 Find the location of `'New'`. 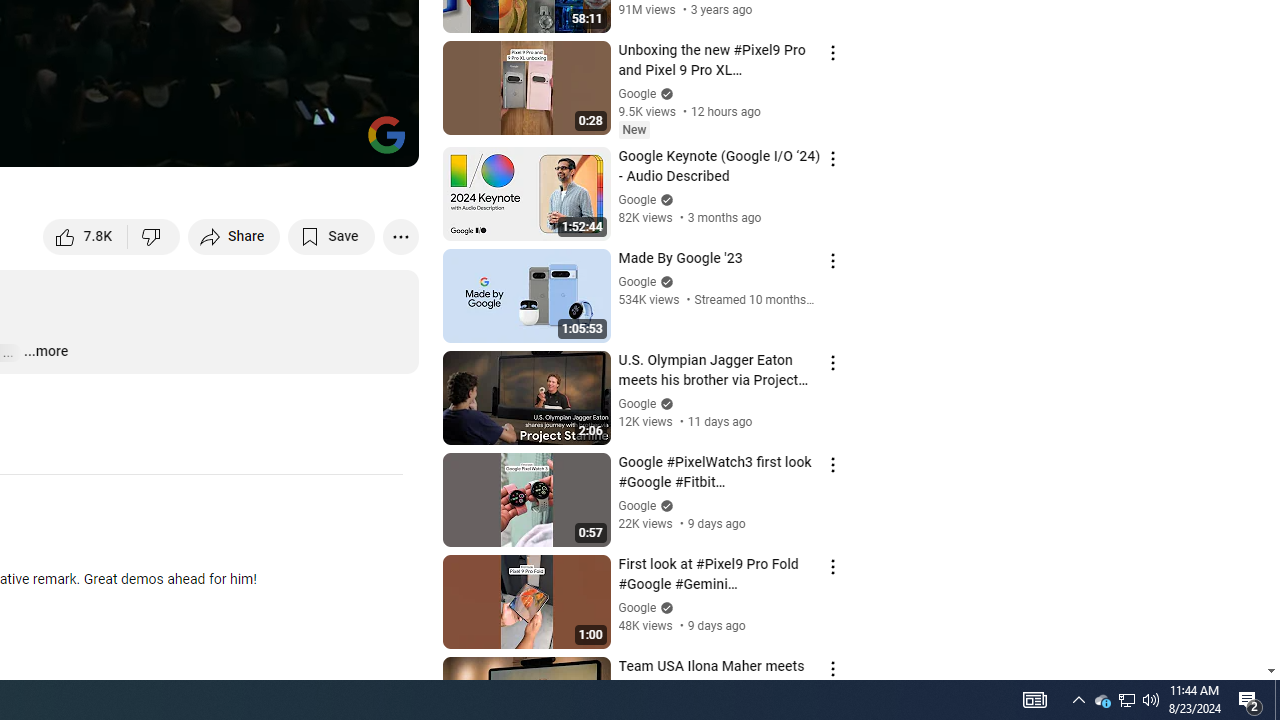

'New' is located at coordinates (633, 129).